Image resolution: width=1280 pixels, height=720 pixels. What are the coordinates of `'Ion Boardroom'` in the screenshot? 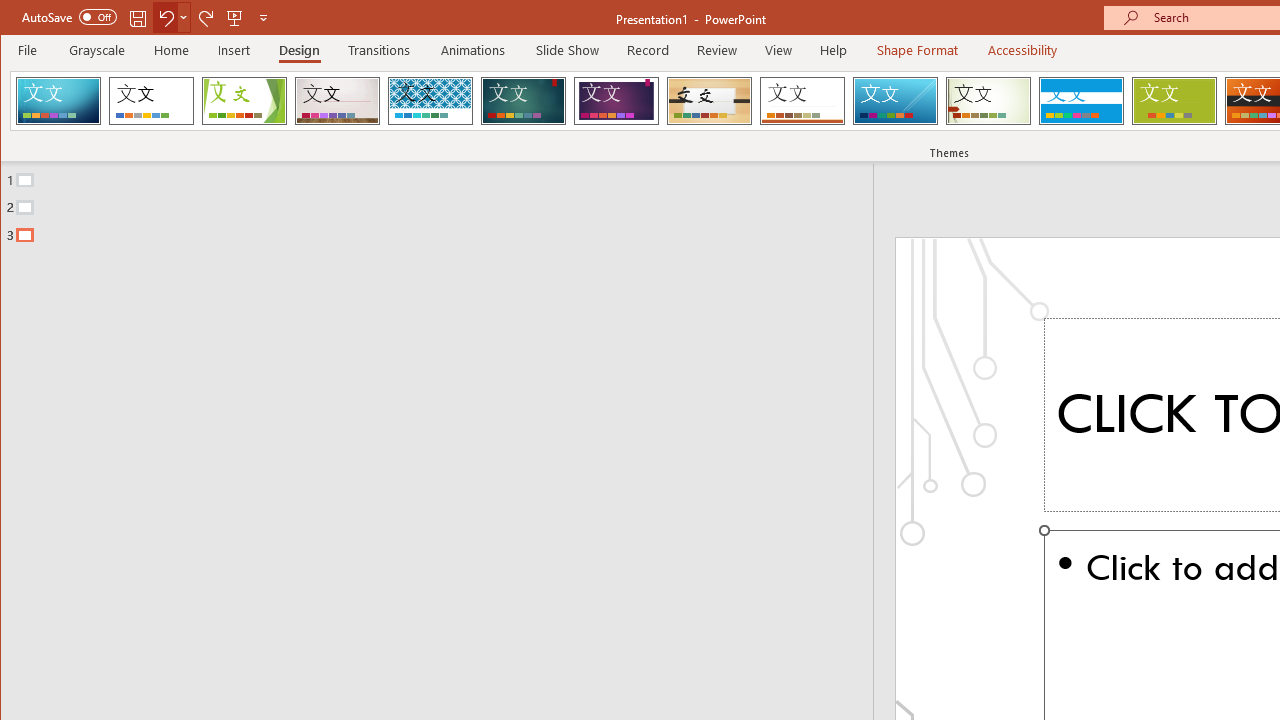 It's located at (615, 100).